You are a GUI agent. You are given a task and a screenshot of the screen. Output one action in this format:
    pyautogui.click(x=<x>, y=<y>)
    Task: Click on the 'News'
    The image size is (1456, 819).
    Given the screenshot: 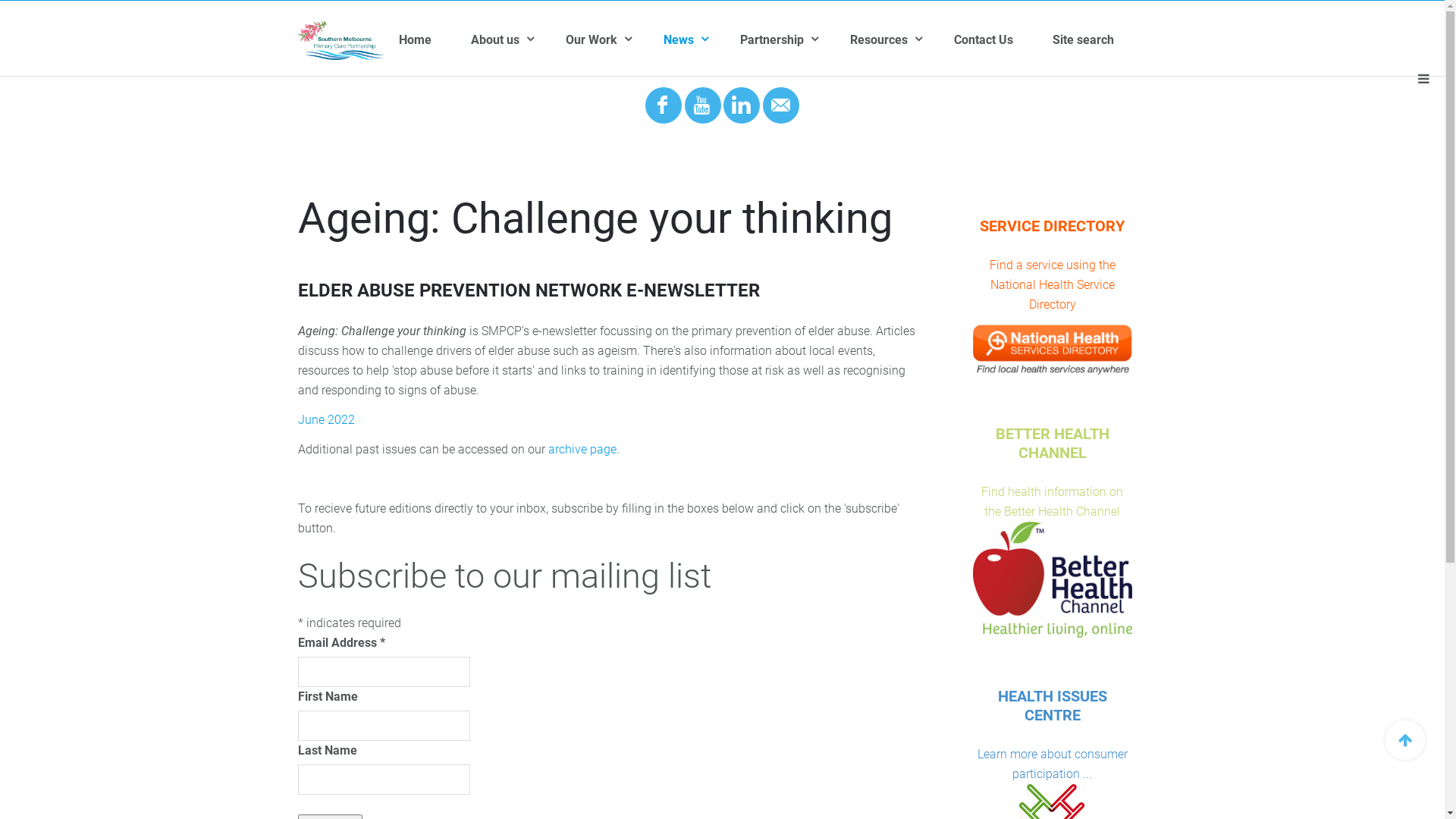 What is the action you would take?
    pyautogui.click(x=701, y=39)
    